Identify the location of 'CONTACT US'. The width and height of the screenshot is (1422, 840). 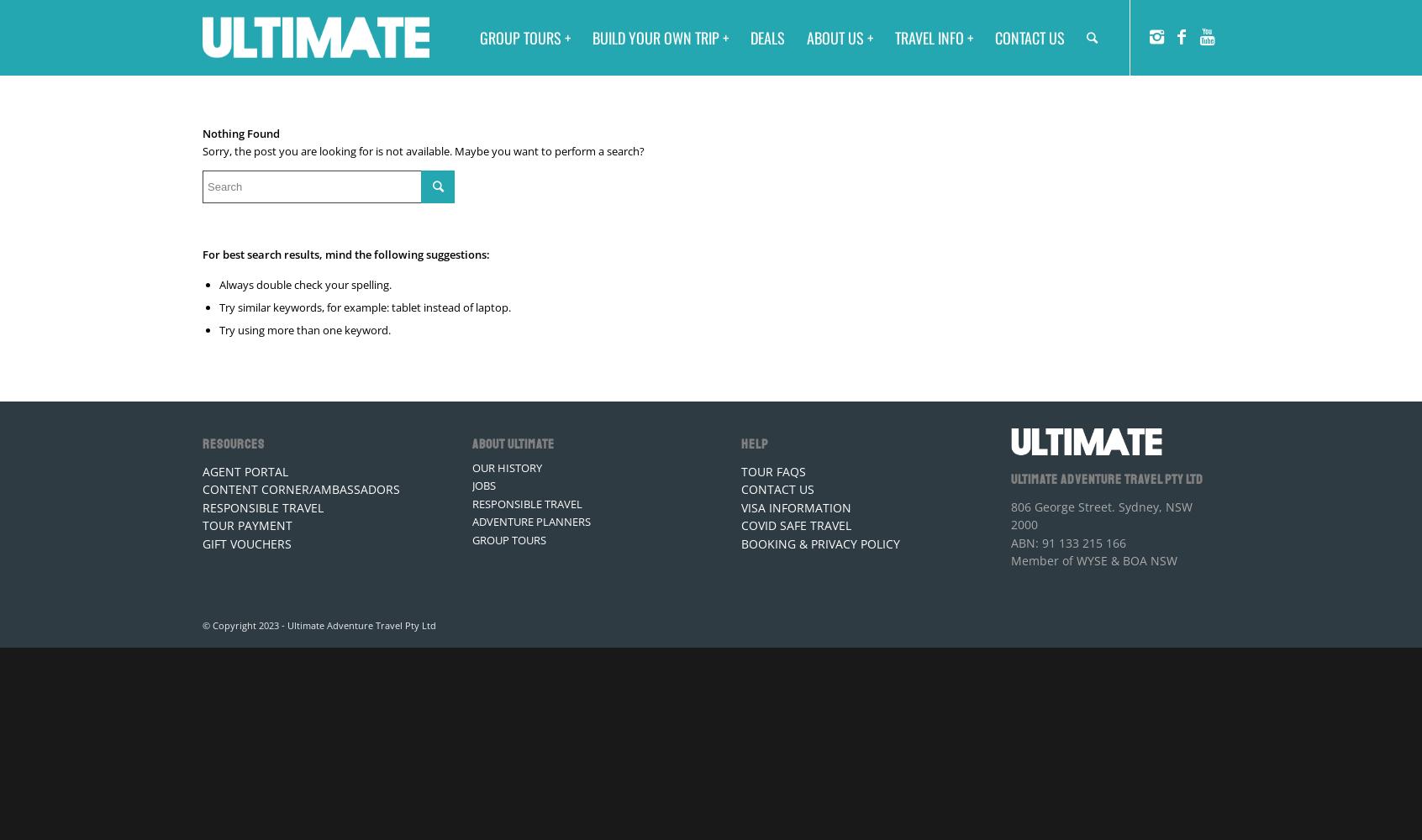
(740, 488).